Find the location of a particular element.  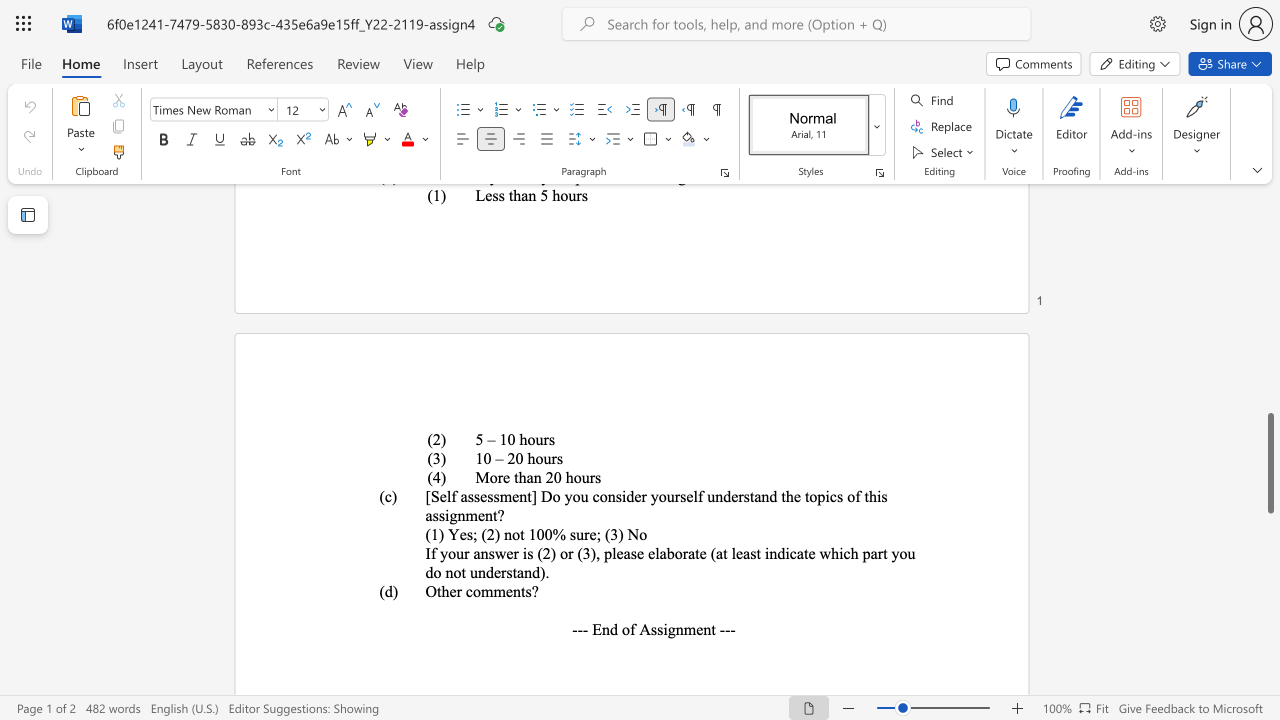

the subset text "urs" within the text "5 – 10 hours" is located at coordinates (535, 438).